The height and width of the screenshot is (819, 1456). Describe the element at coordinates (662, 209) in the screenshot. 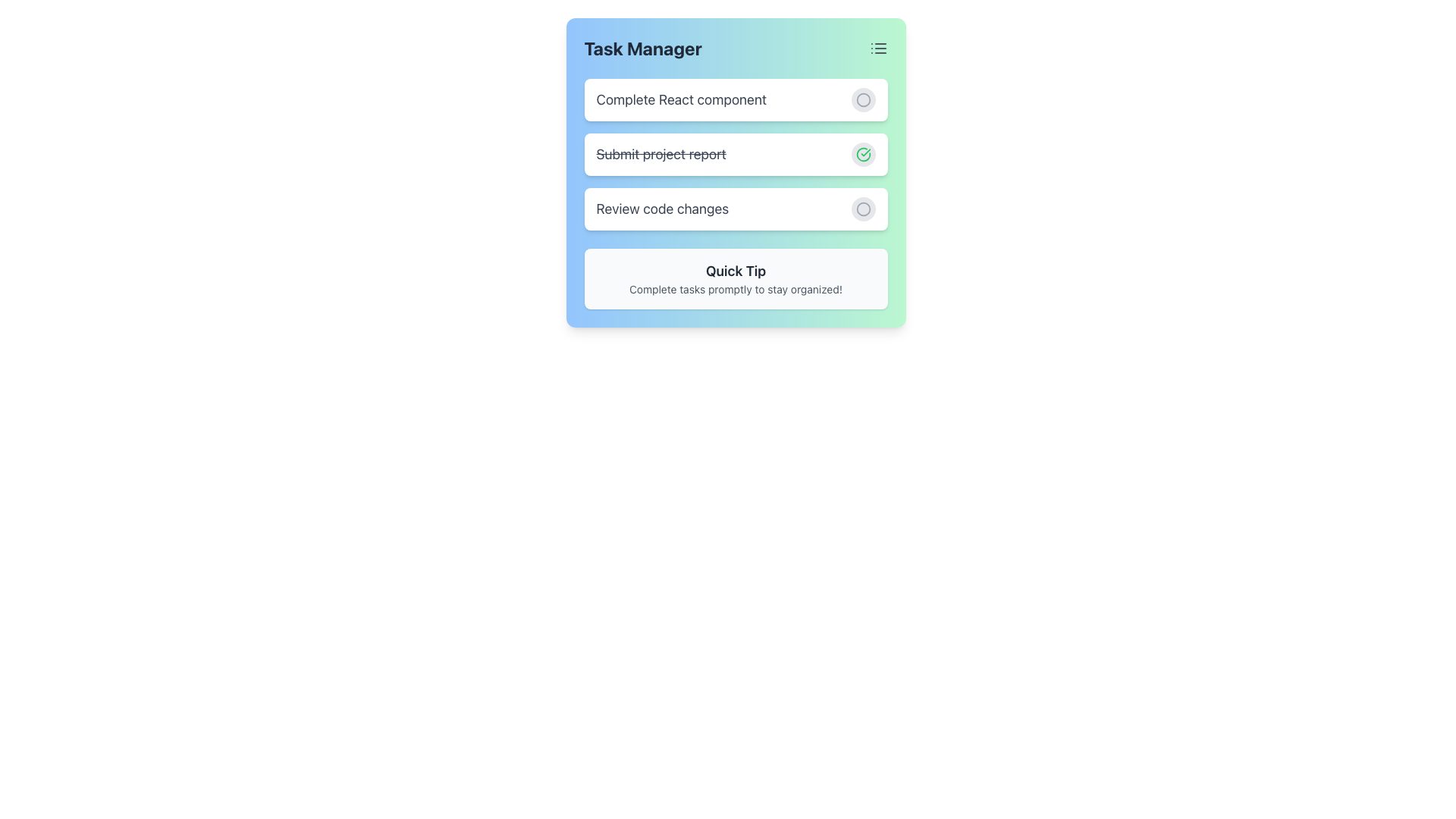

I see `text content of the task label located in the third row of the task list in the 'Task Manager' interface, positioned to the left of a circular button` at that location.